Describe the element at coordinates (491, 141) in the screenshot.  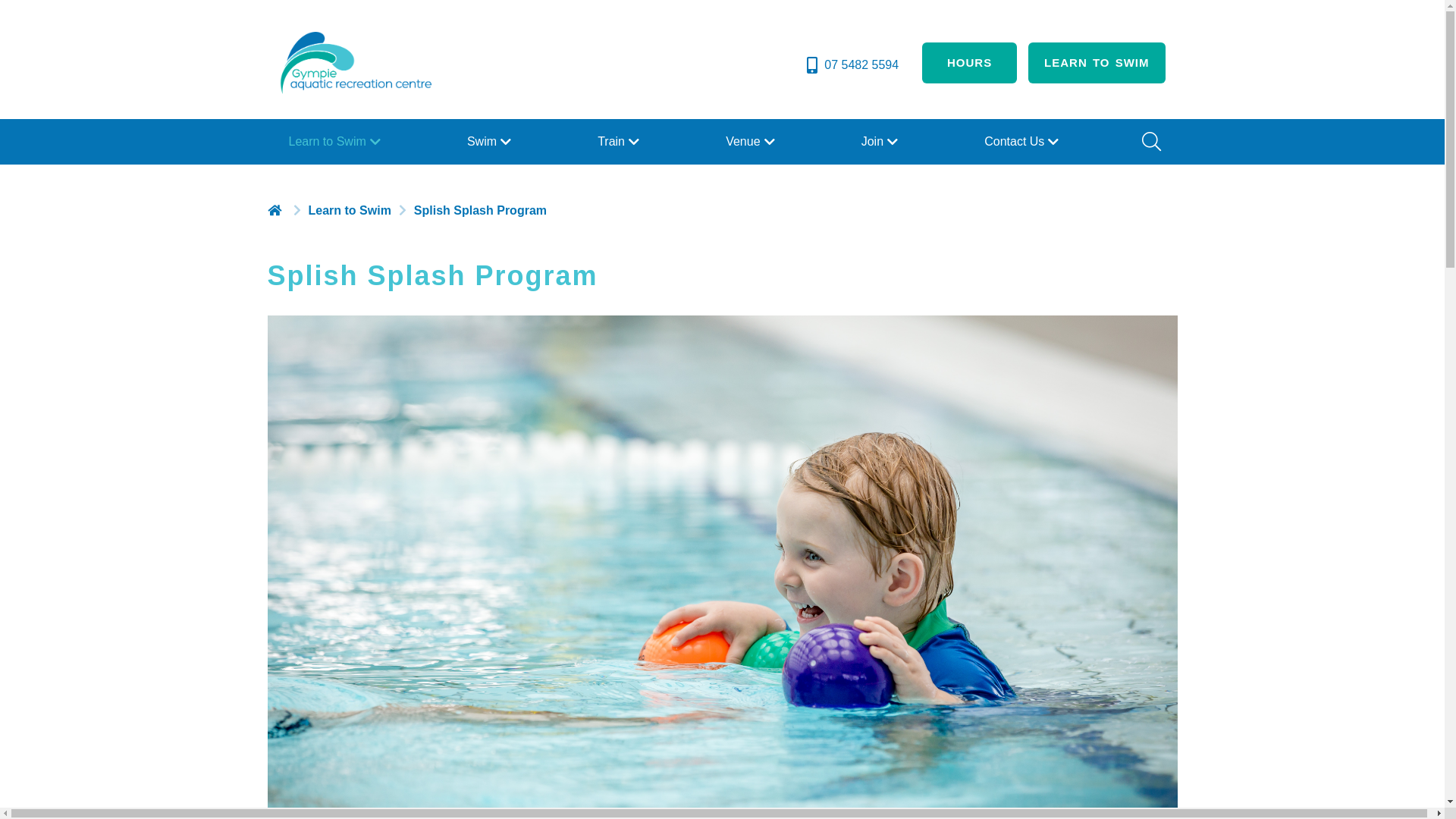
I see `'Swim'` at that location.